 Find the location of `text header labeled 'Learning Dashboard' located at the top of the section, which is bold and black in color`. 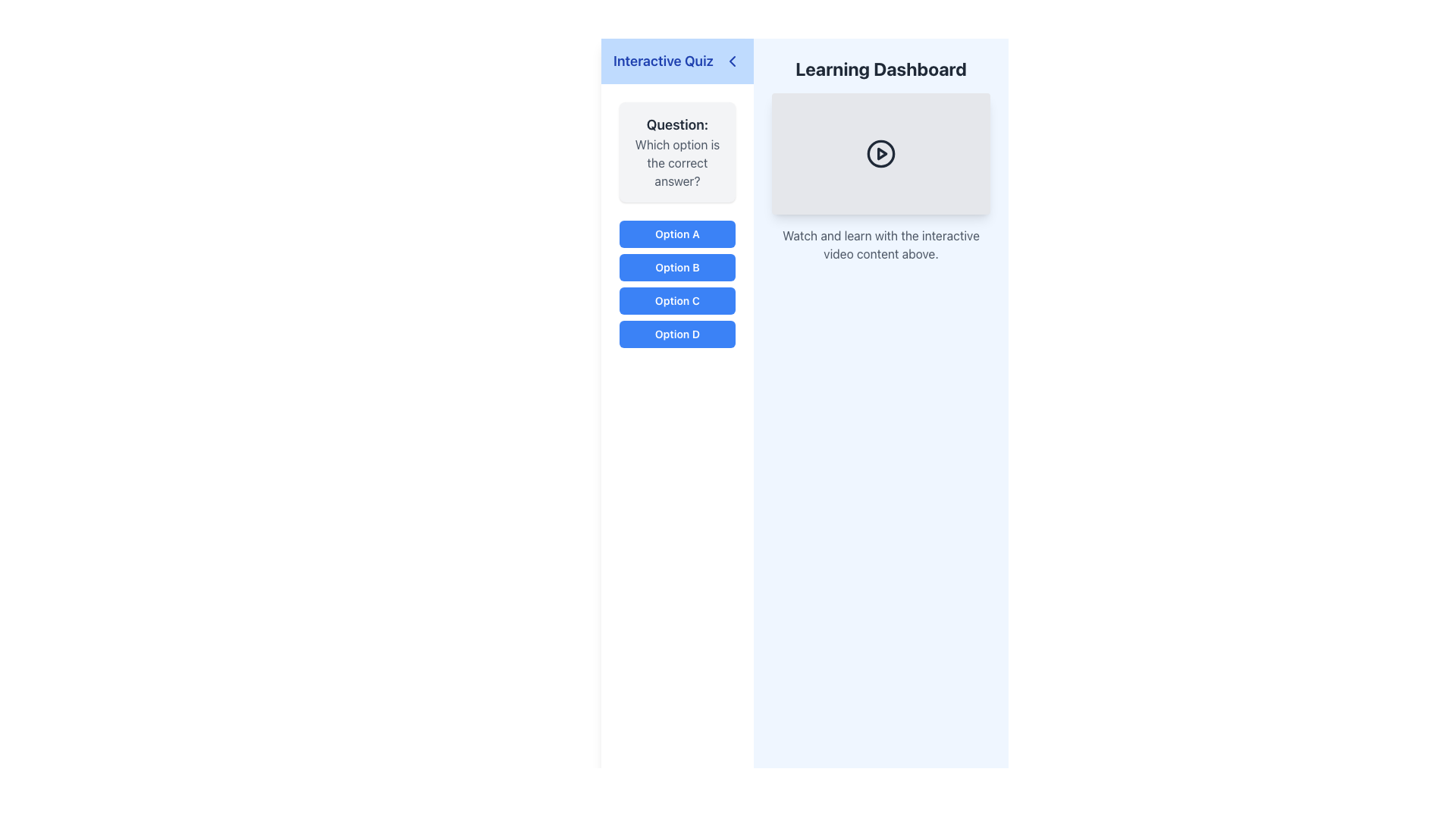

text header labeled 'Learning Dashboard' located at the top of the section, which is bold and black in color is located at coordinates (880, 69).